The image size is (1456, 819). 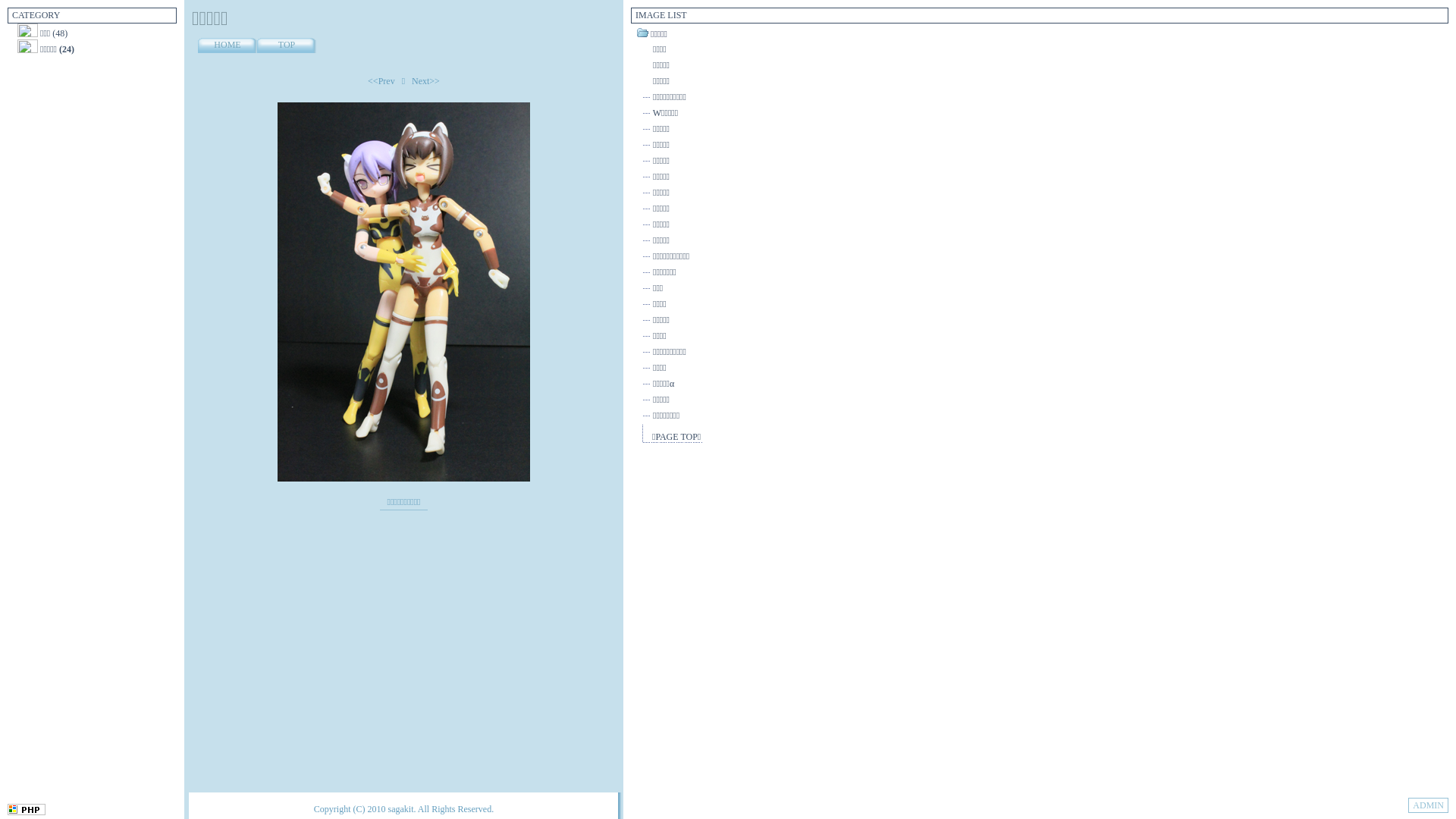 I want to click on 'HOME', so click(x=226, y=45).